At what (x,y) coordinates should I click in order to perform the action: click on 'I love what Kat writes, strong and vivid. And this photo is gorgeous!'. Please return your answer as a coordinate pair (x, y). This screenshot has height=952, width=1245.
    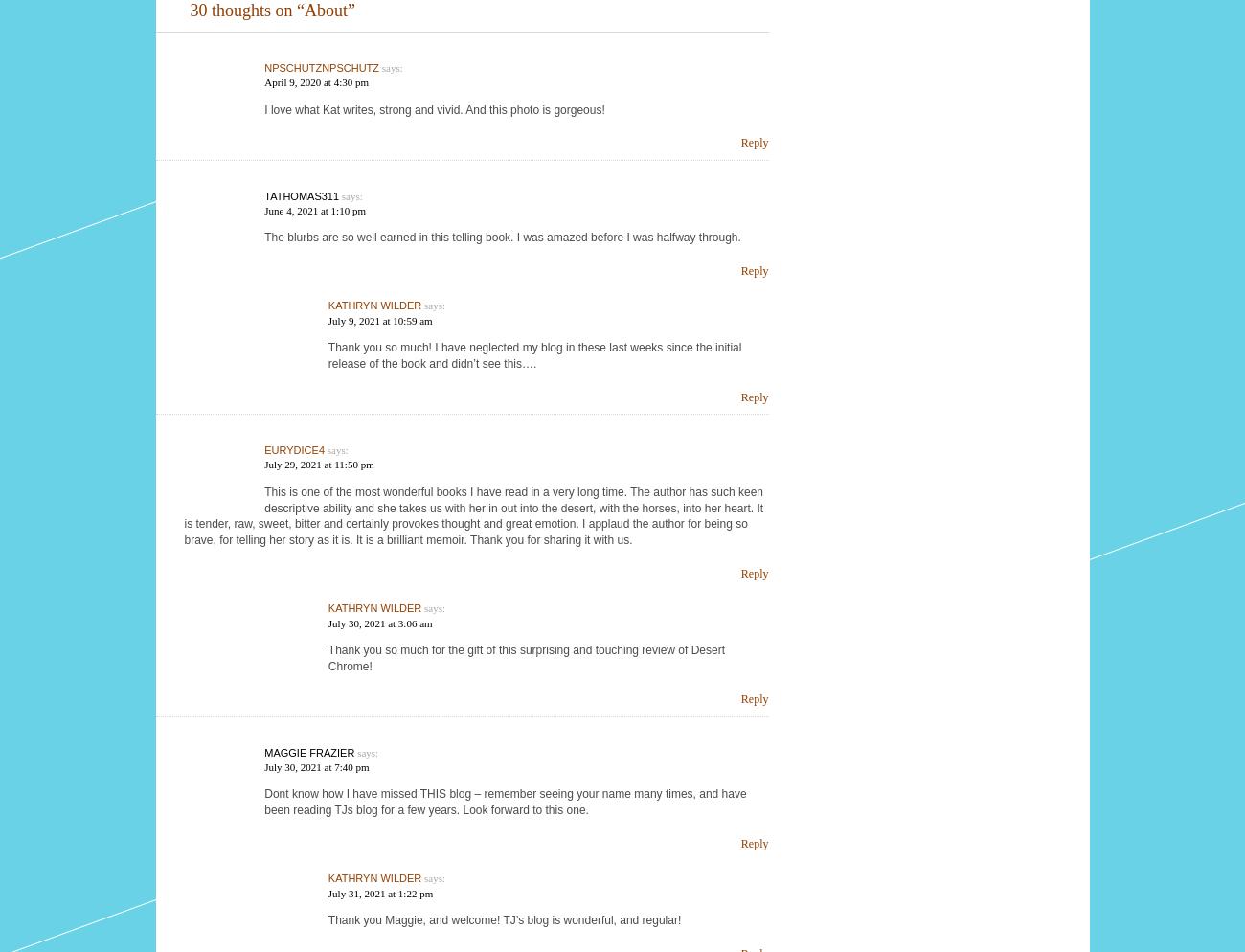
    Looking at the image, I should click on (433, 108).